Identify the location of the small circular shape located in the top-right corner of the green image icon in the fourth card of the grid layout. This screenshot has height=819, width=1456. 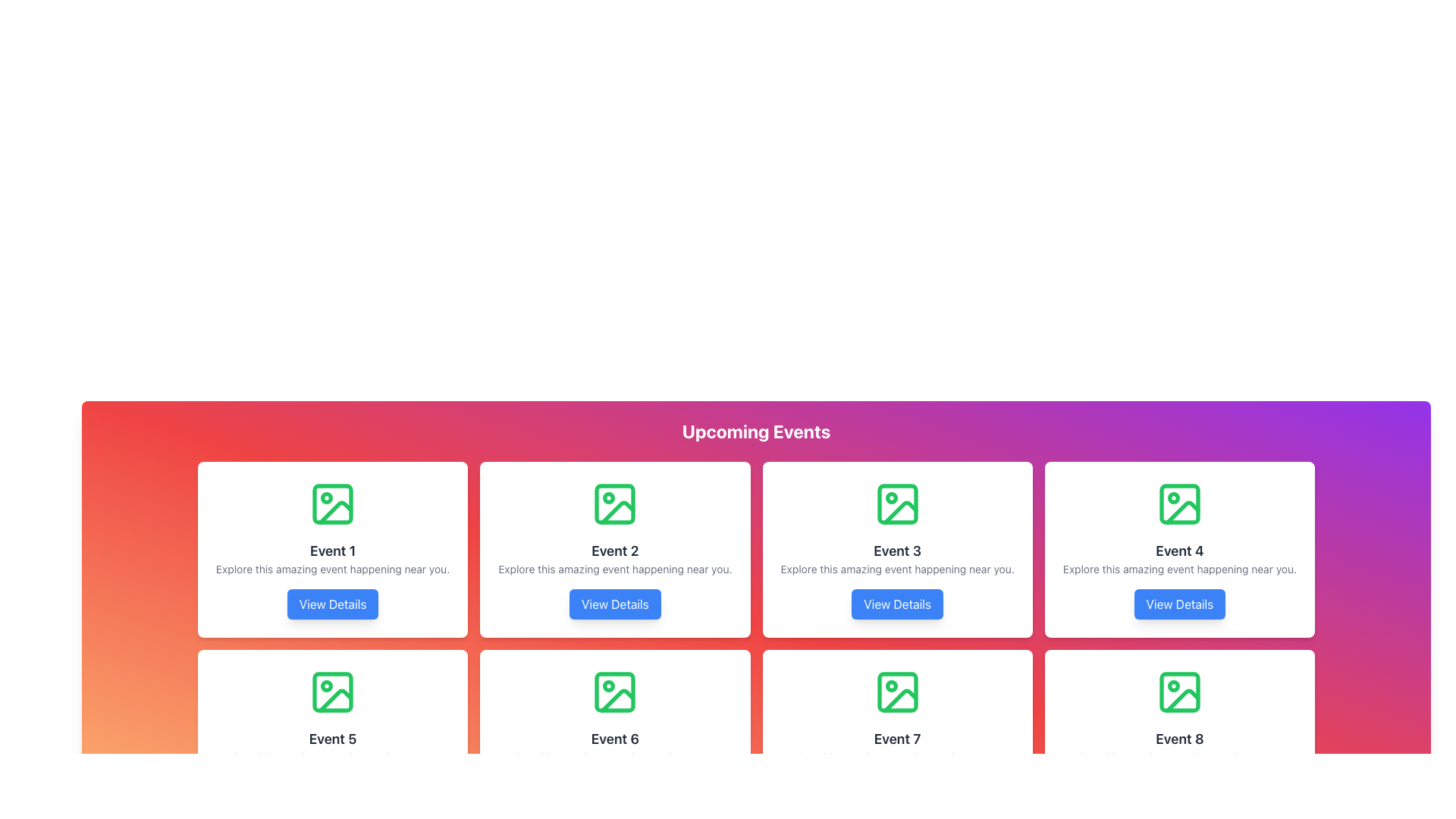
(1172, 497).